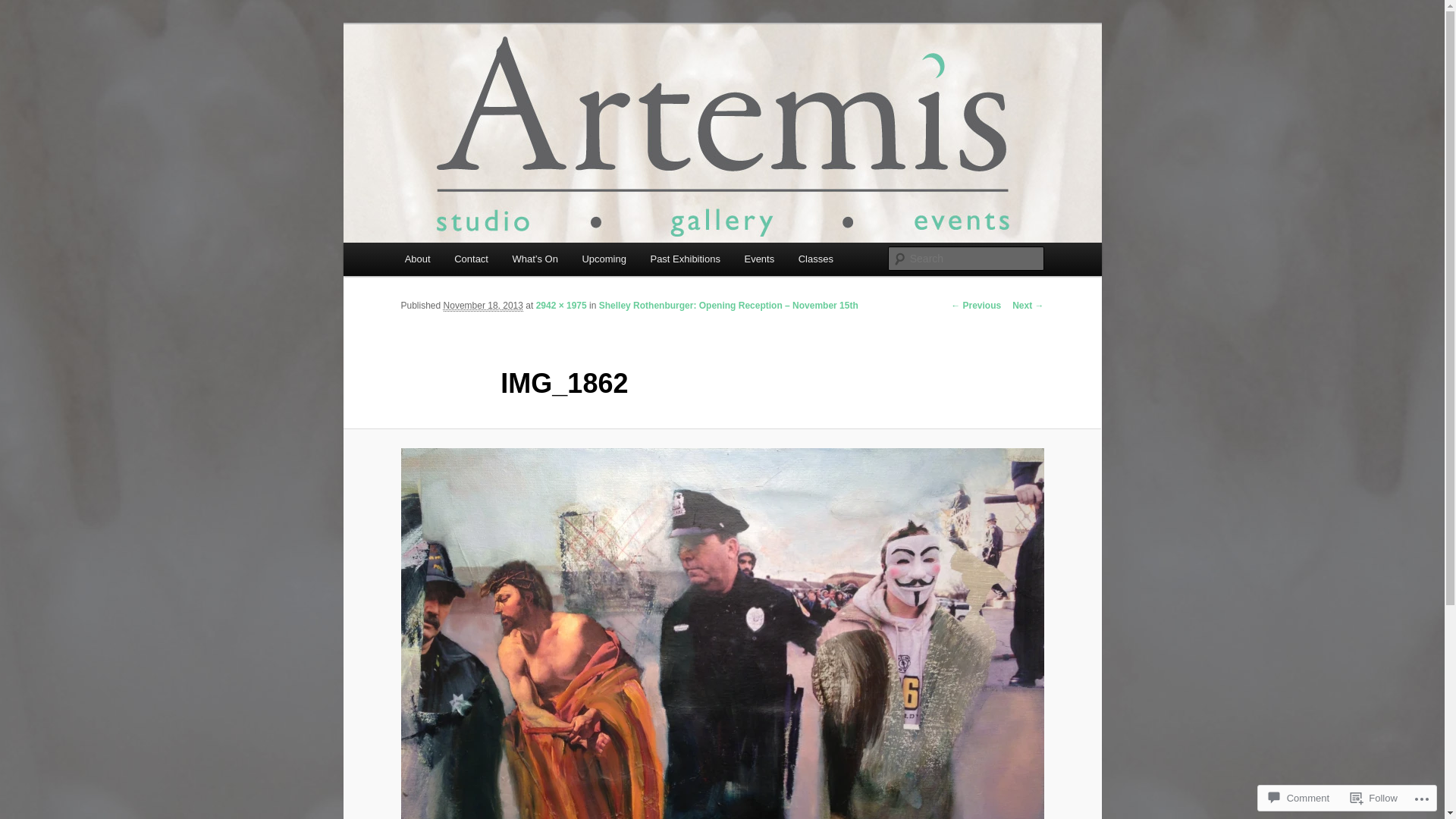  What do you see at coordinates (1374, 797) in the screenshot?
I see `'Follow'` at bounding box center [1374, 797].